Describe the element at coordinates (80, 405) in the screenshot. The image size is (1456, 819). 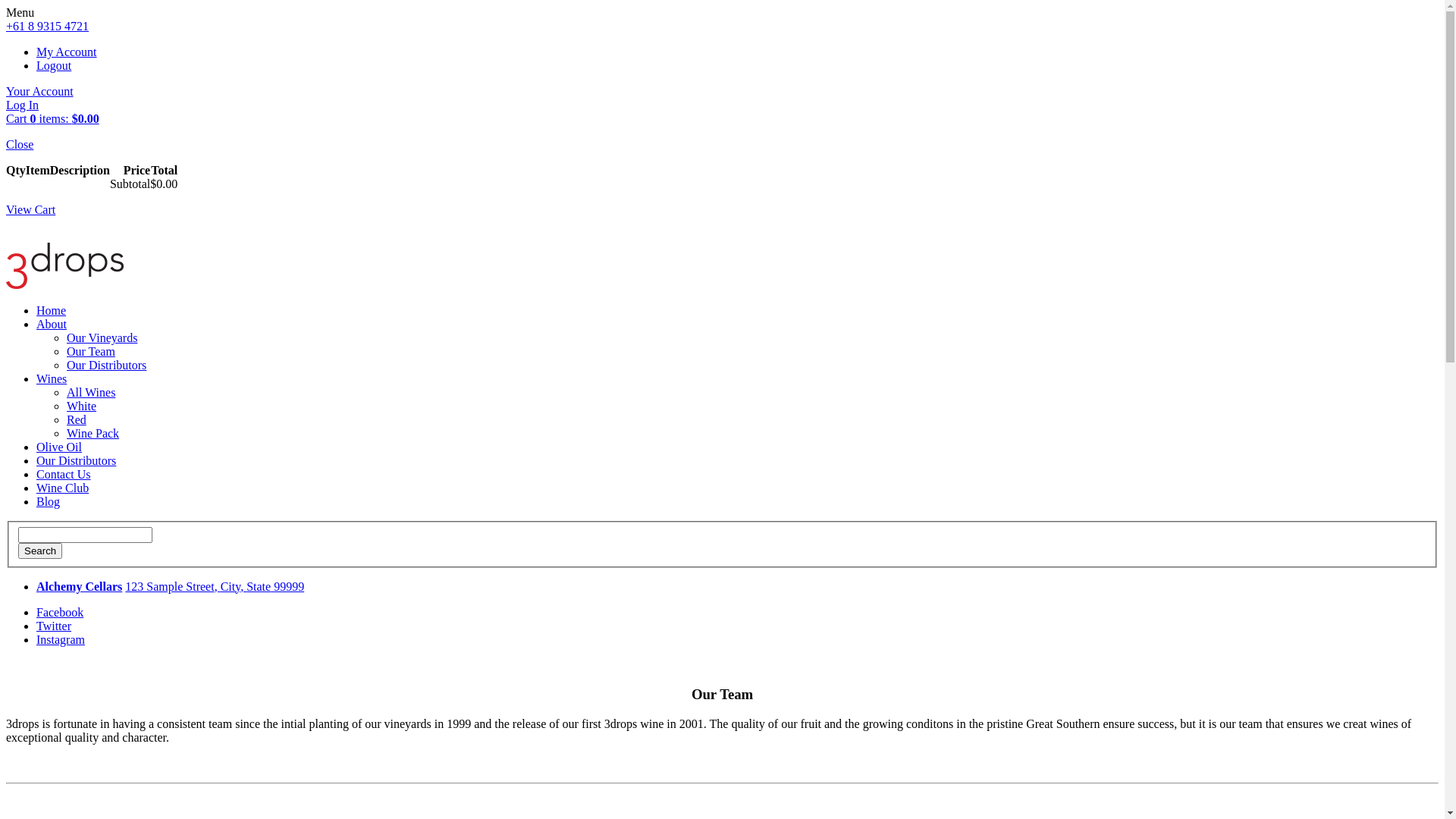
I see `'White'` at that location.